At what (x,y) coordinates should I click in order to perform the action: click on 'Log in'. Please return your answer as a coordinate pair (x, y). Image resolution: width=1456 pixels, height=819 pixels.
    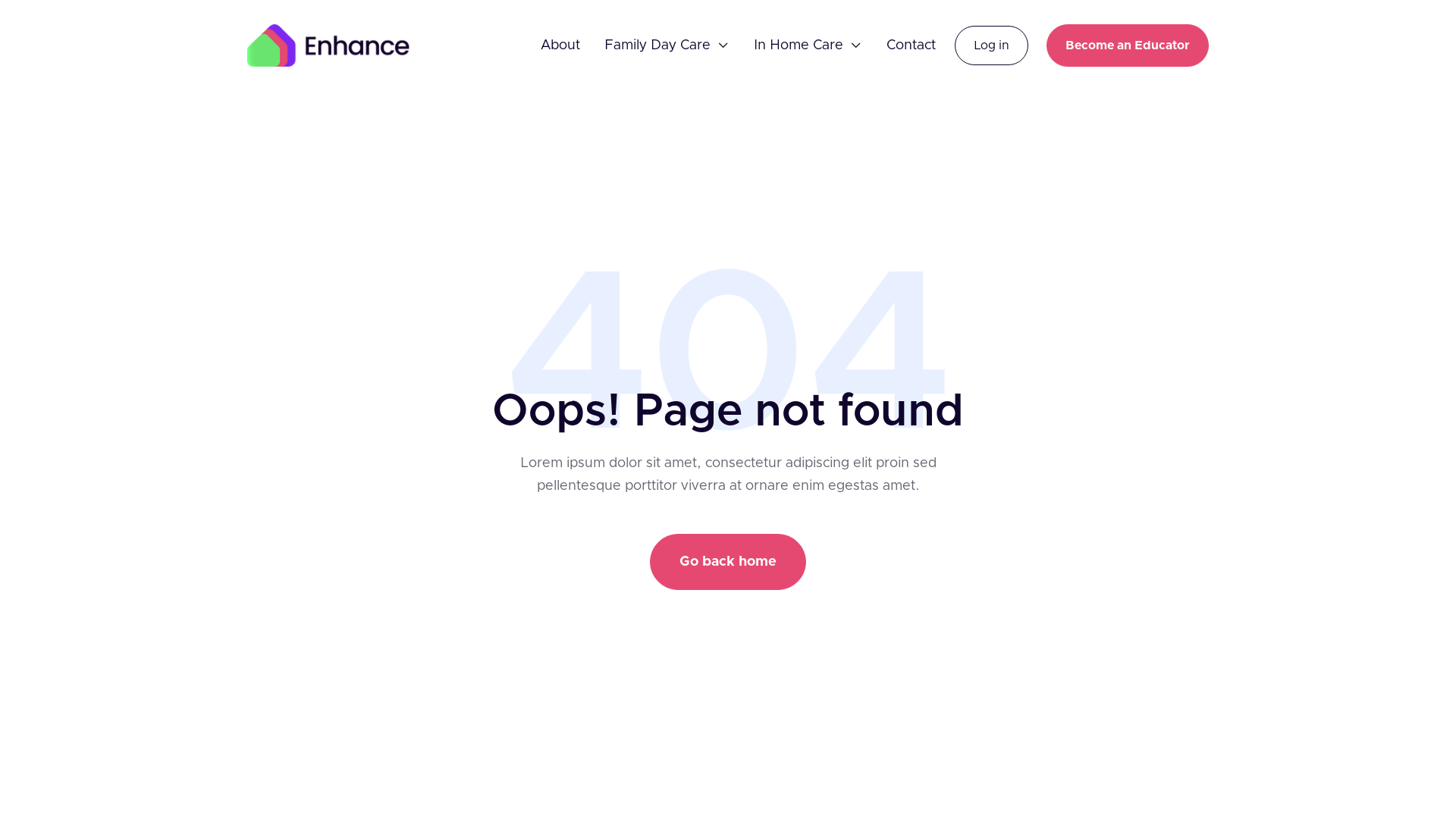
    Looking at the image, I should click on (953, 45).